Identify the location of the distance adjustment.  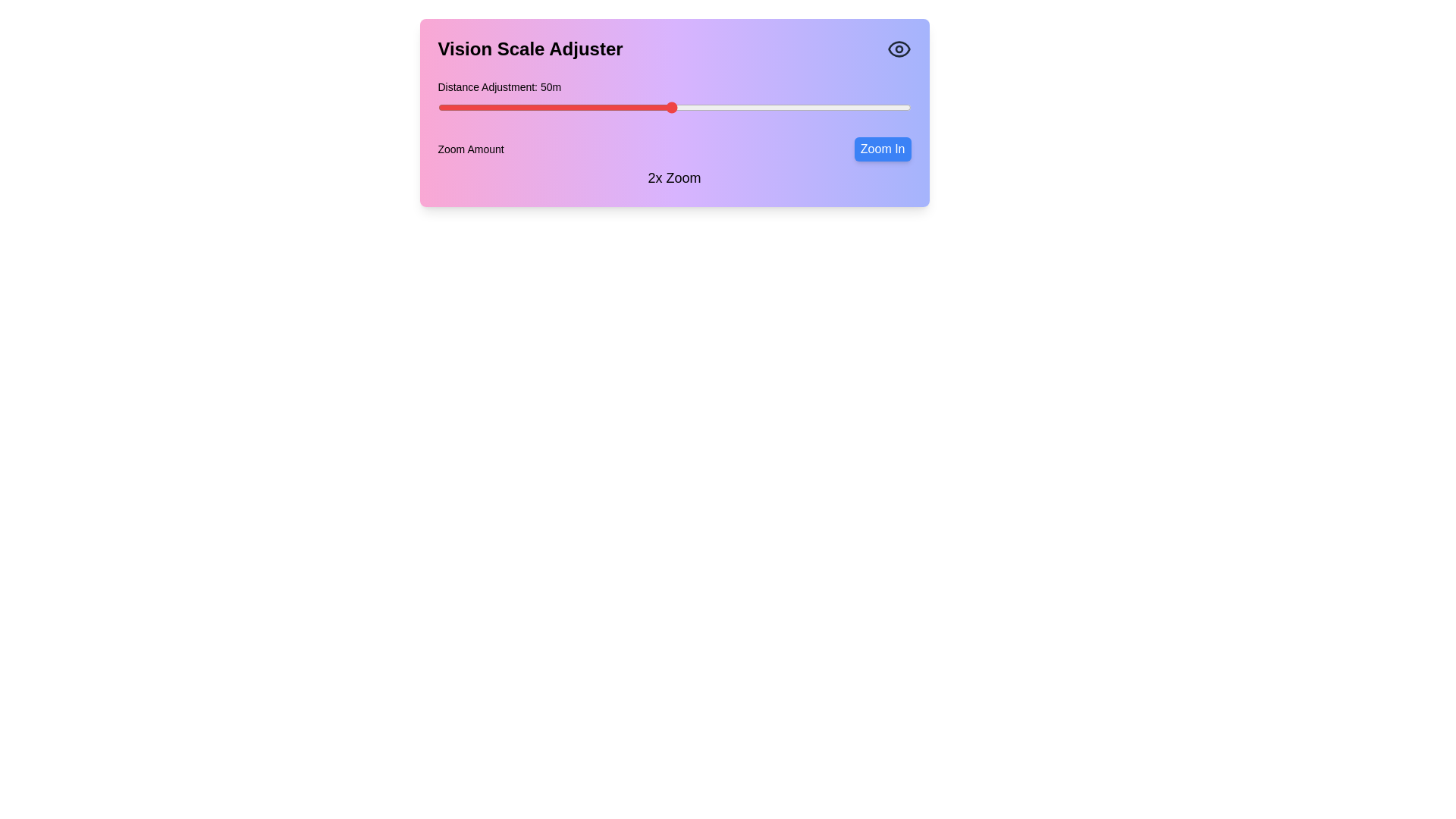
(653, 107).